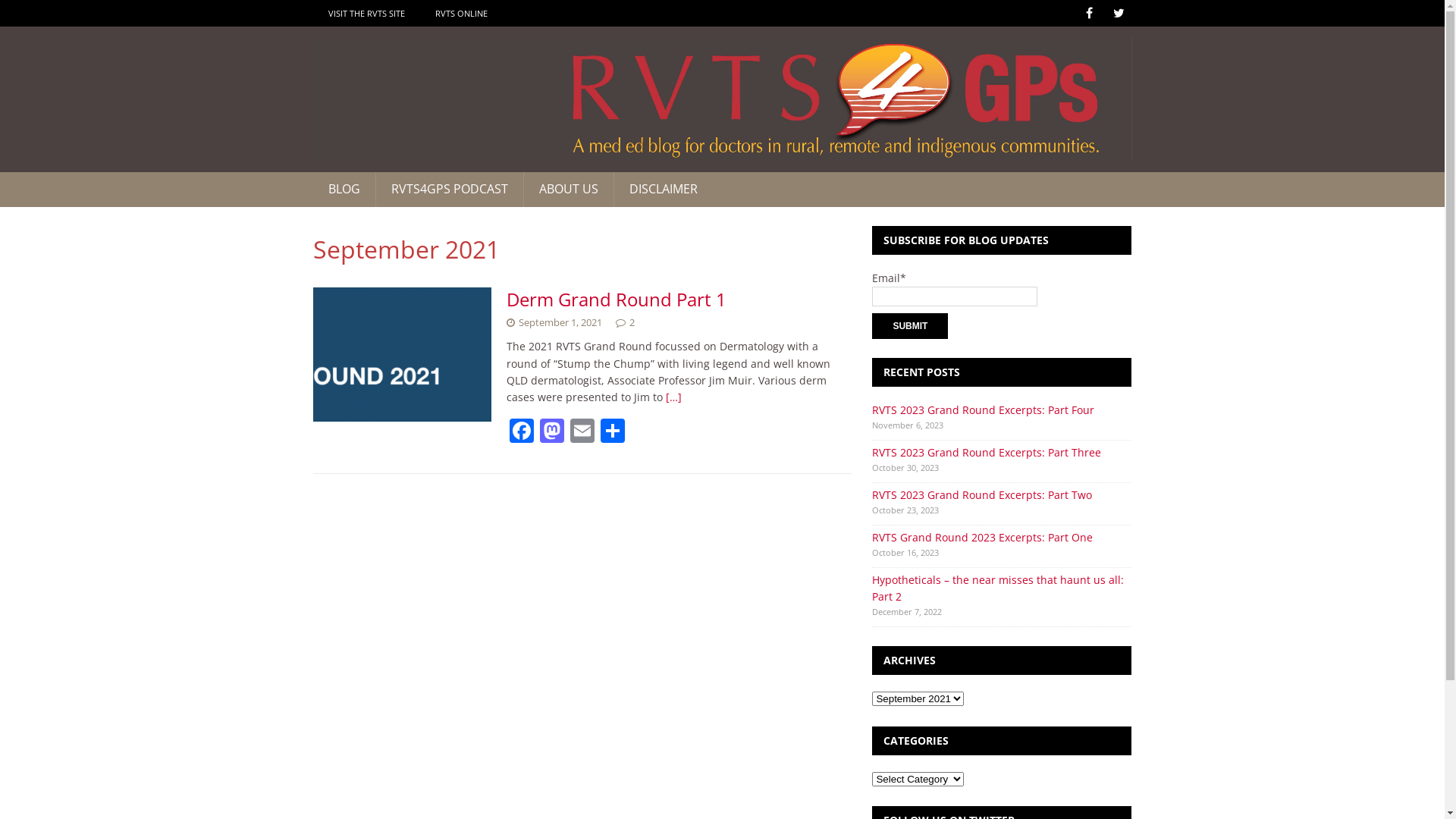  I want to click on '2', so click(632, 321).